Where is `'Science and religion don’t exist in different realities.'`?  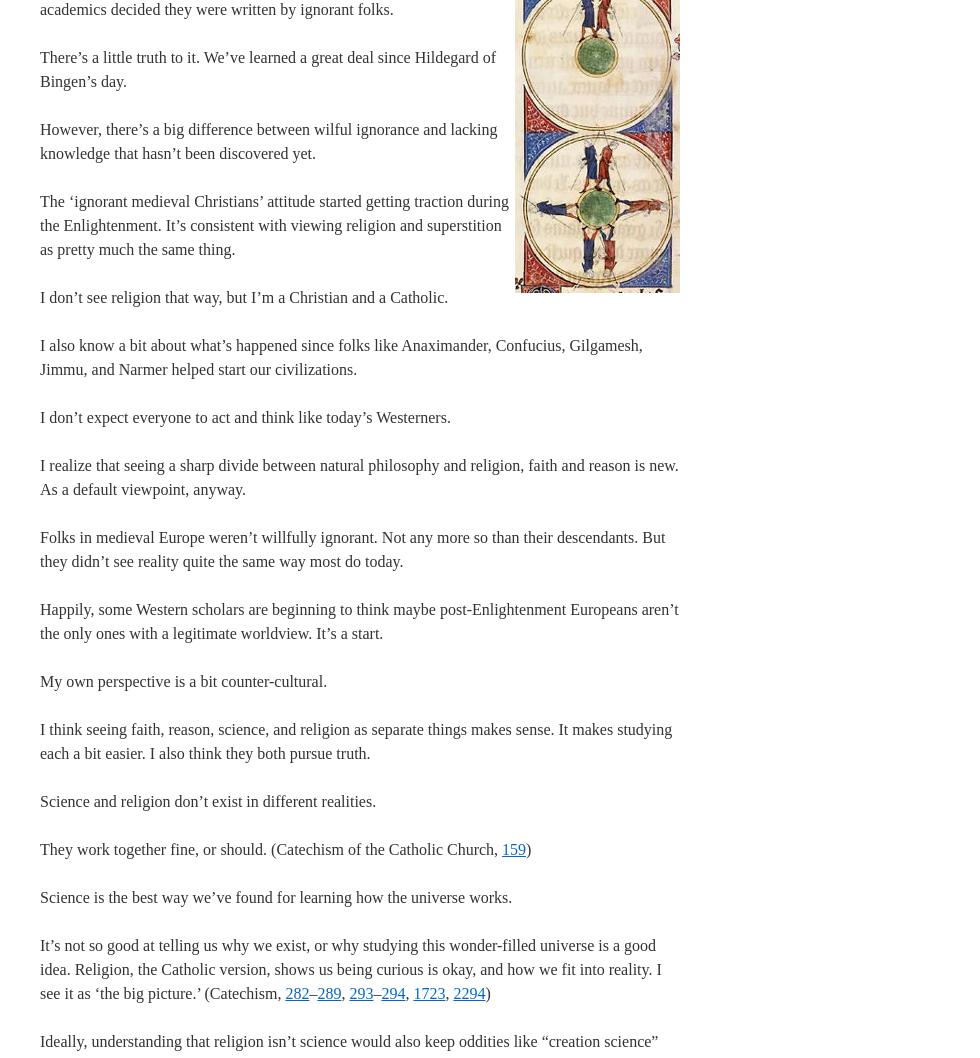
'Science and religion don’t exist in different realities.' is located at coordinates (207, 800).